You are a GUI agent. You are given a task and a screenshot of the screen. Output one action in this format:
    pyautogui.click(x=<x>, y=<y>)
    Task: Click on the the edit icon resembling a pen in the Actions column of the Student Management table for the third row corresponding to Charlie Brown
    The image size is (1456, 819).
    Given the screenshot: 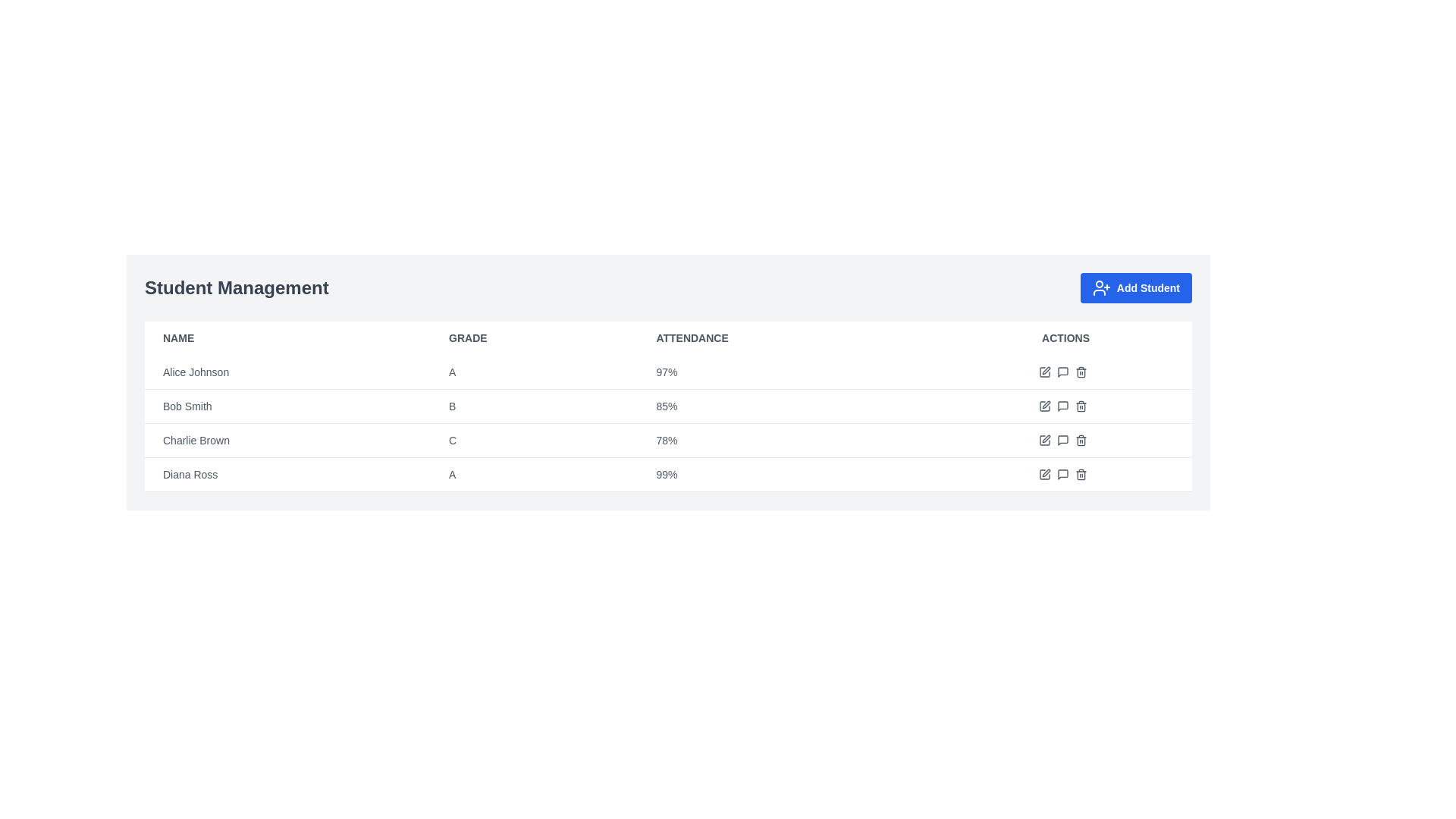 What is the action you would take?
    pyautogui.click(x=1043, y=441)
    